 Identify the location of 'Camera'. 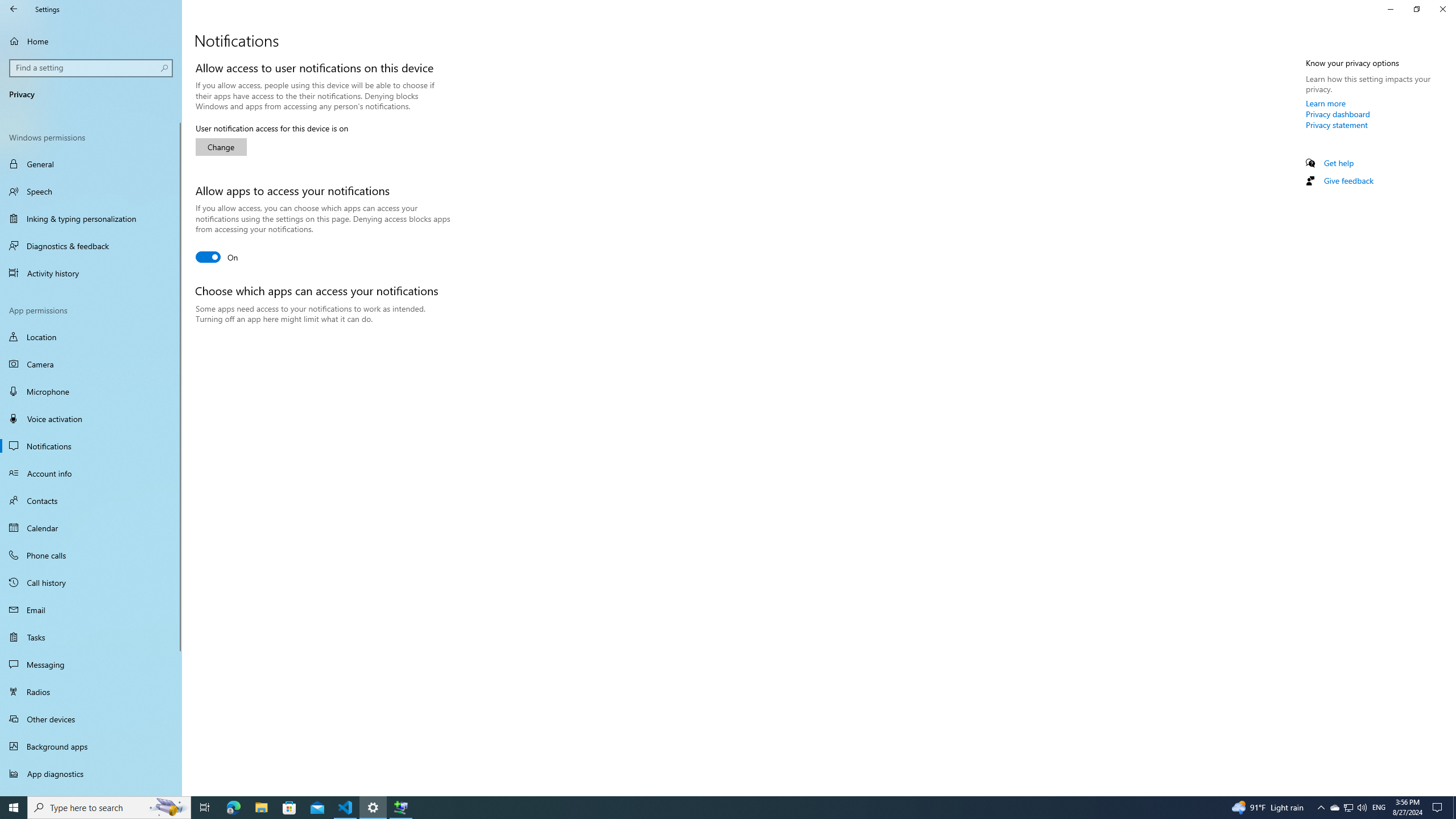
(90, 363).